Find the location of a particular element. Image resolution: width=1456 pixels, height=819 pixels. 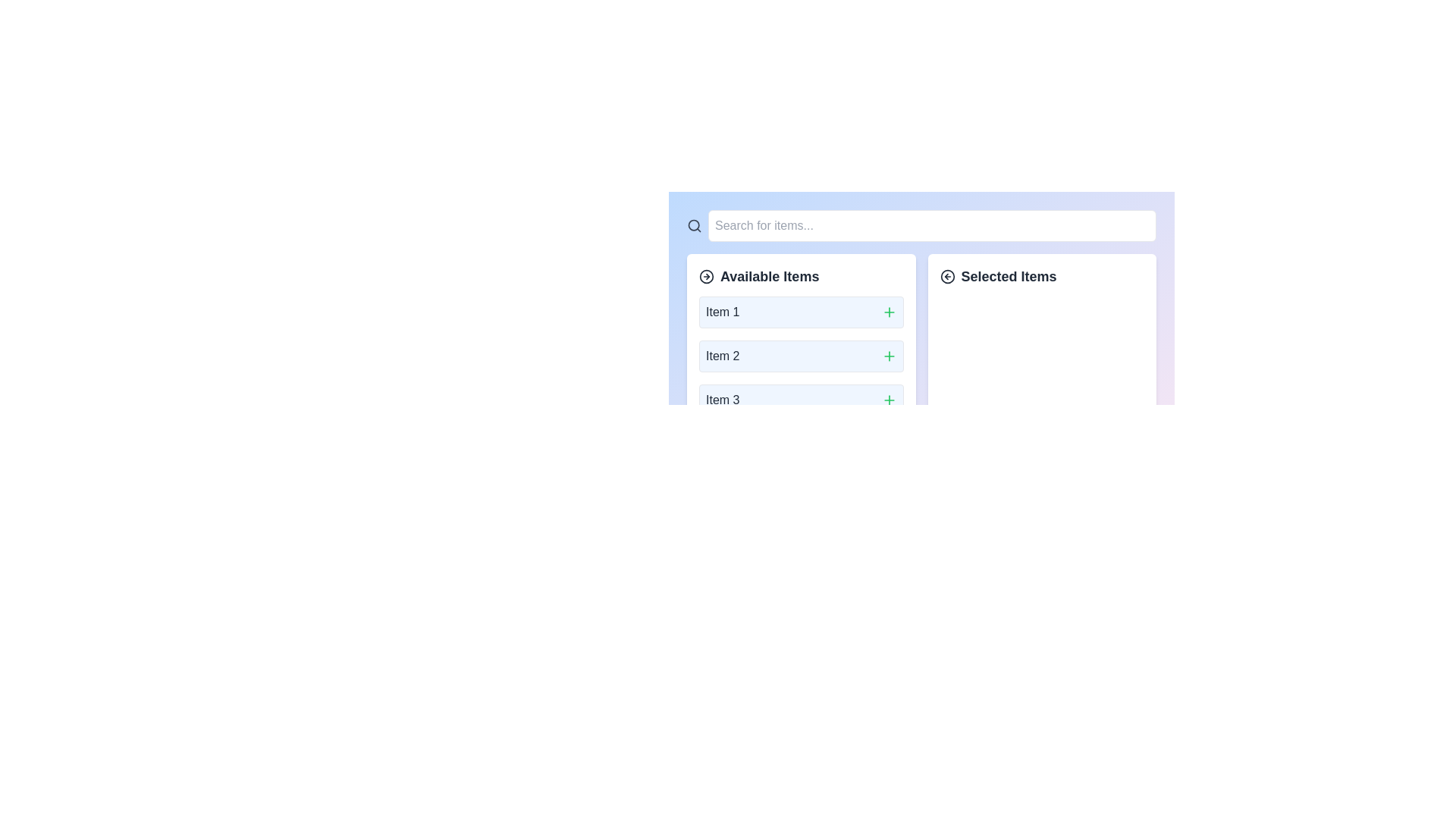

the text label identifying 'Item 2' in the list of available items, which is positioned under the 'Available Items' header is located at coordinates (722, 356).